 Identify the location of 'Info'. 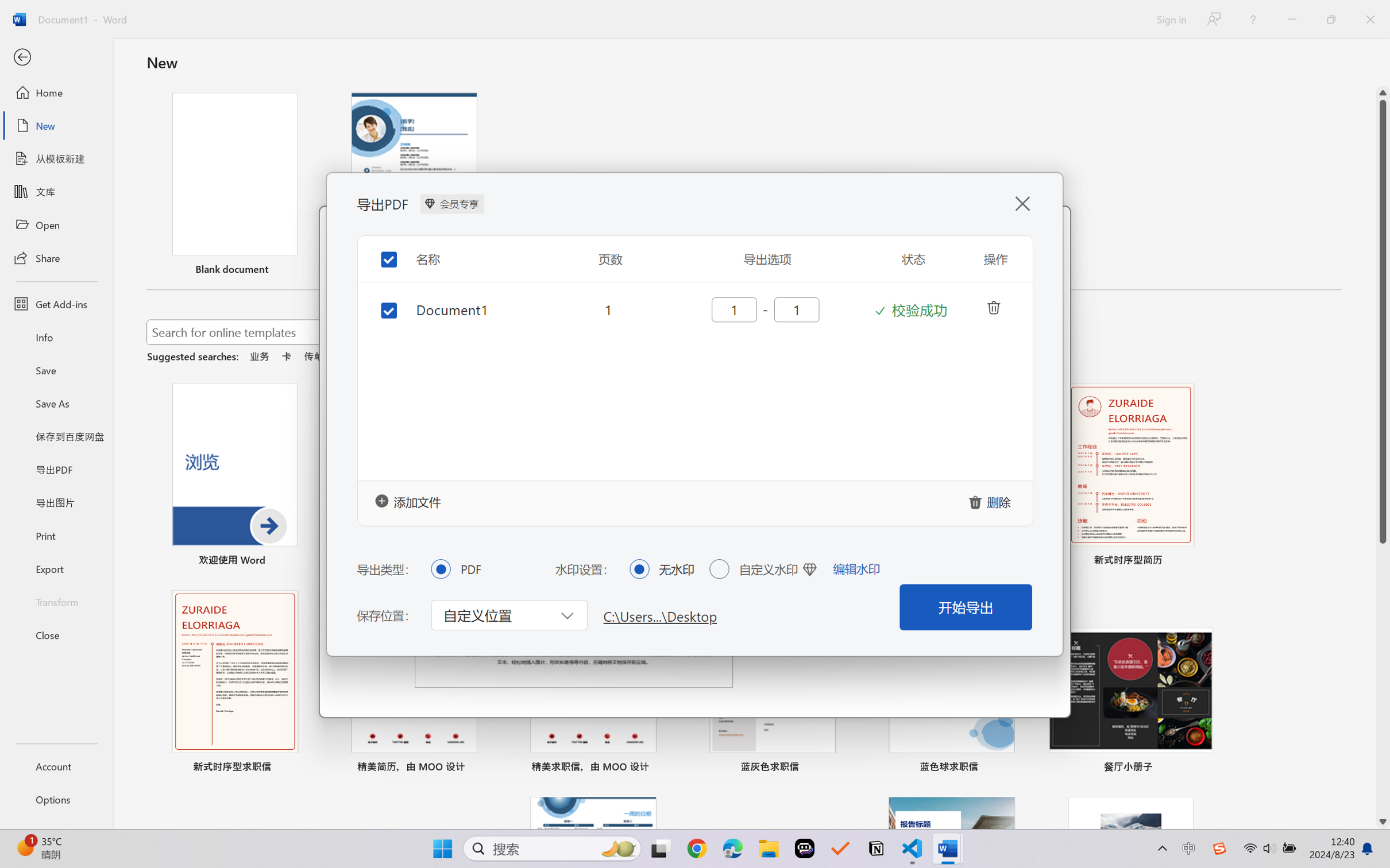
(56, 336).